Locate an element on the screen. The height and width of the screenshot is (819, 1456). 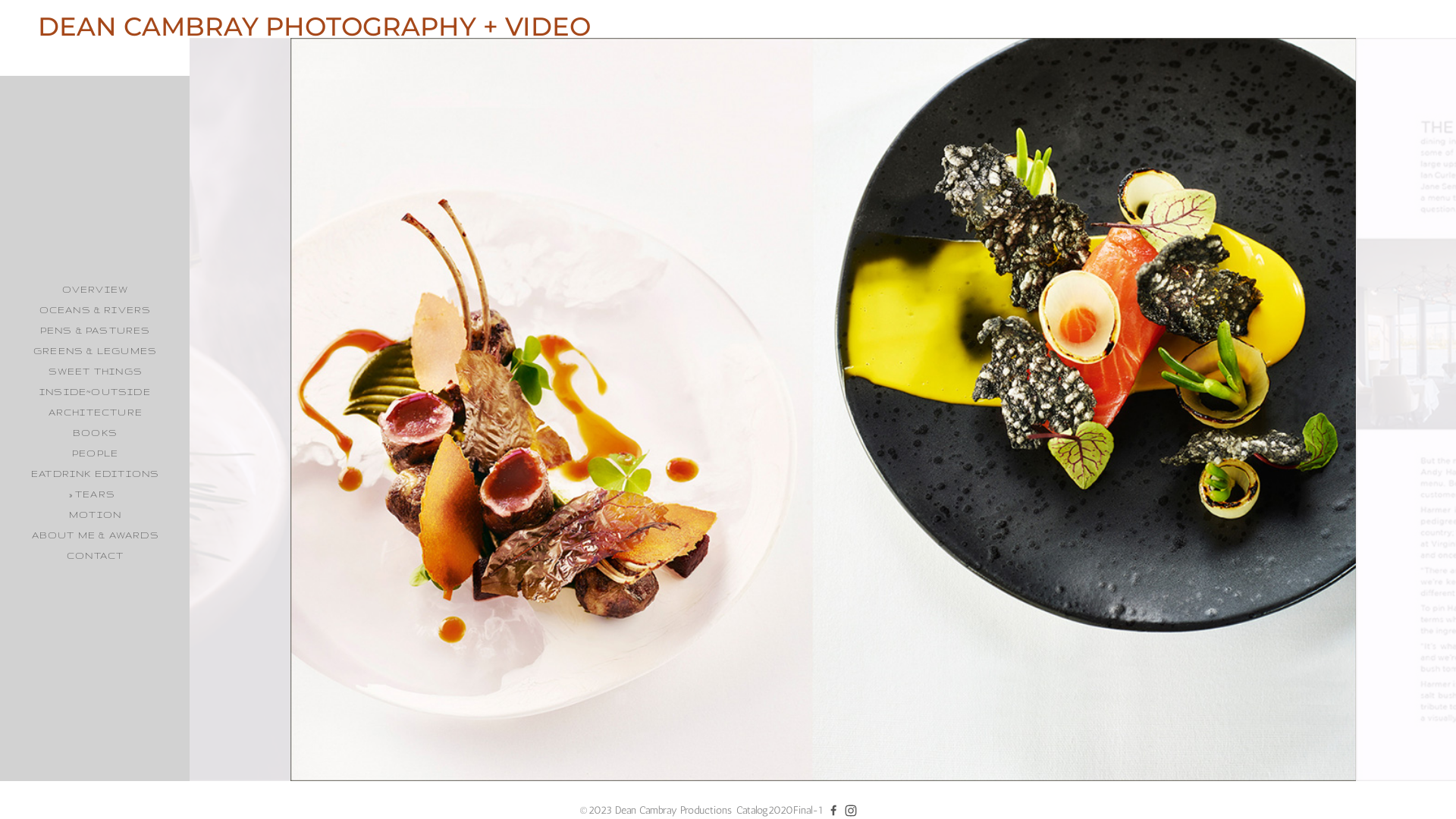
'OCEANS & RIVERS' is located at coordinates (39, 309).